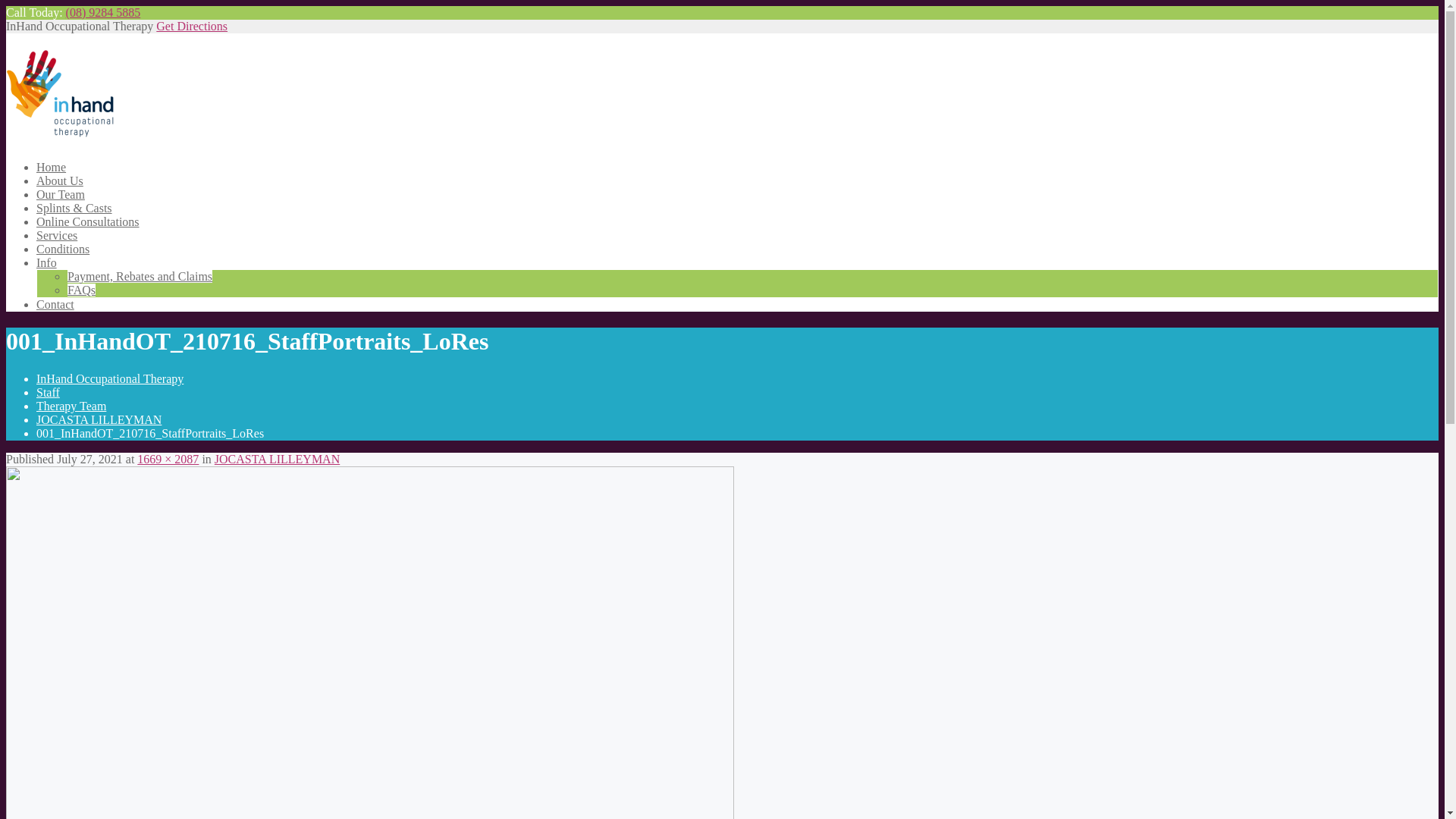  I want to click on 'Online Consultations', so click(86, 221).